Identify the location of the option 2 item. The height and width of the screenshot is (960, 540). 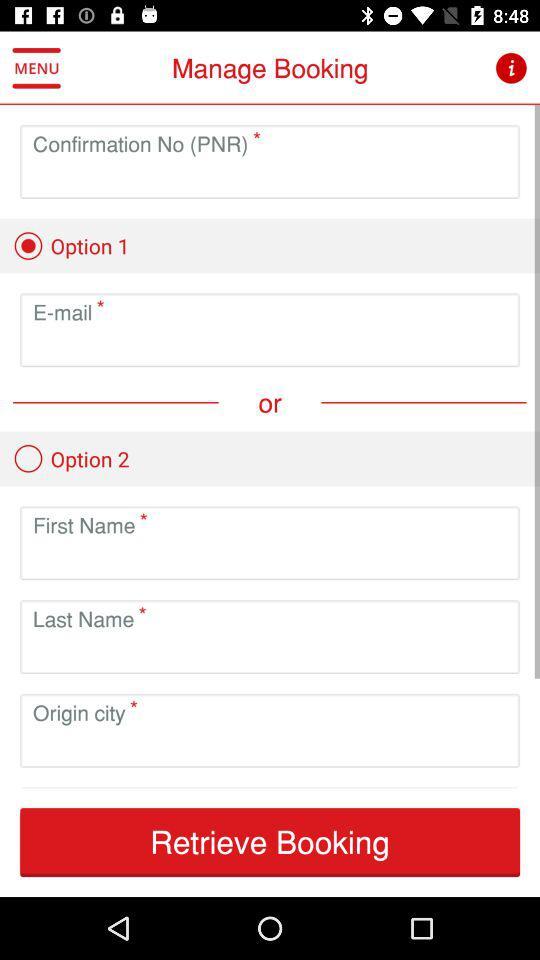
(70, 458).